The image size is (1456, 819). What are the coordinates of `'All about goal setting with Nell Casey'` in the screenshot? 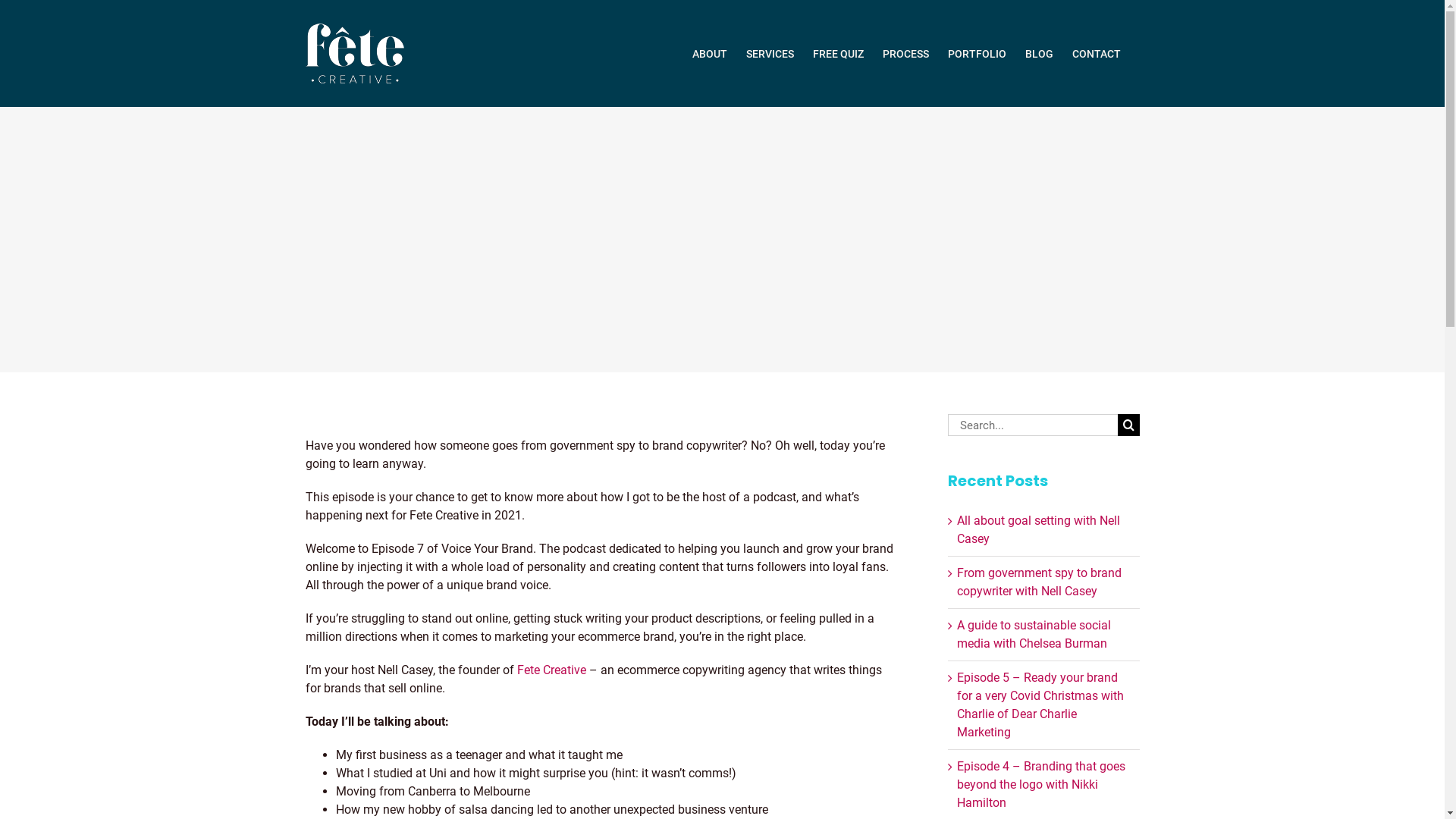 It's located at (1037, 529).